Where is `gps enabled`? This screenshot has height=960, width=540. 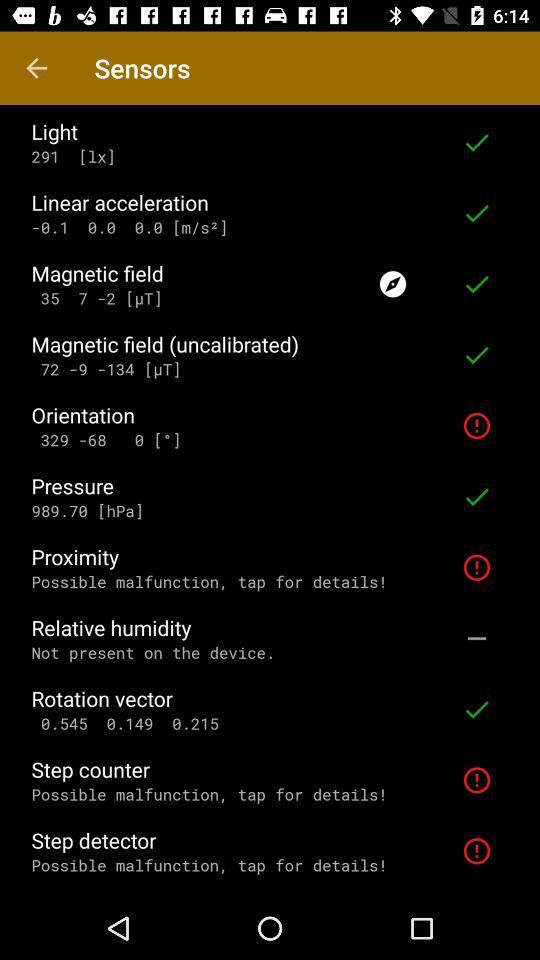
gps enabled is located at coordinates (393, 283).